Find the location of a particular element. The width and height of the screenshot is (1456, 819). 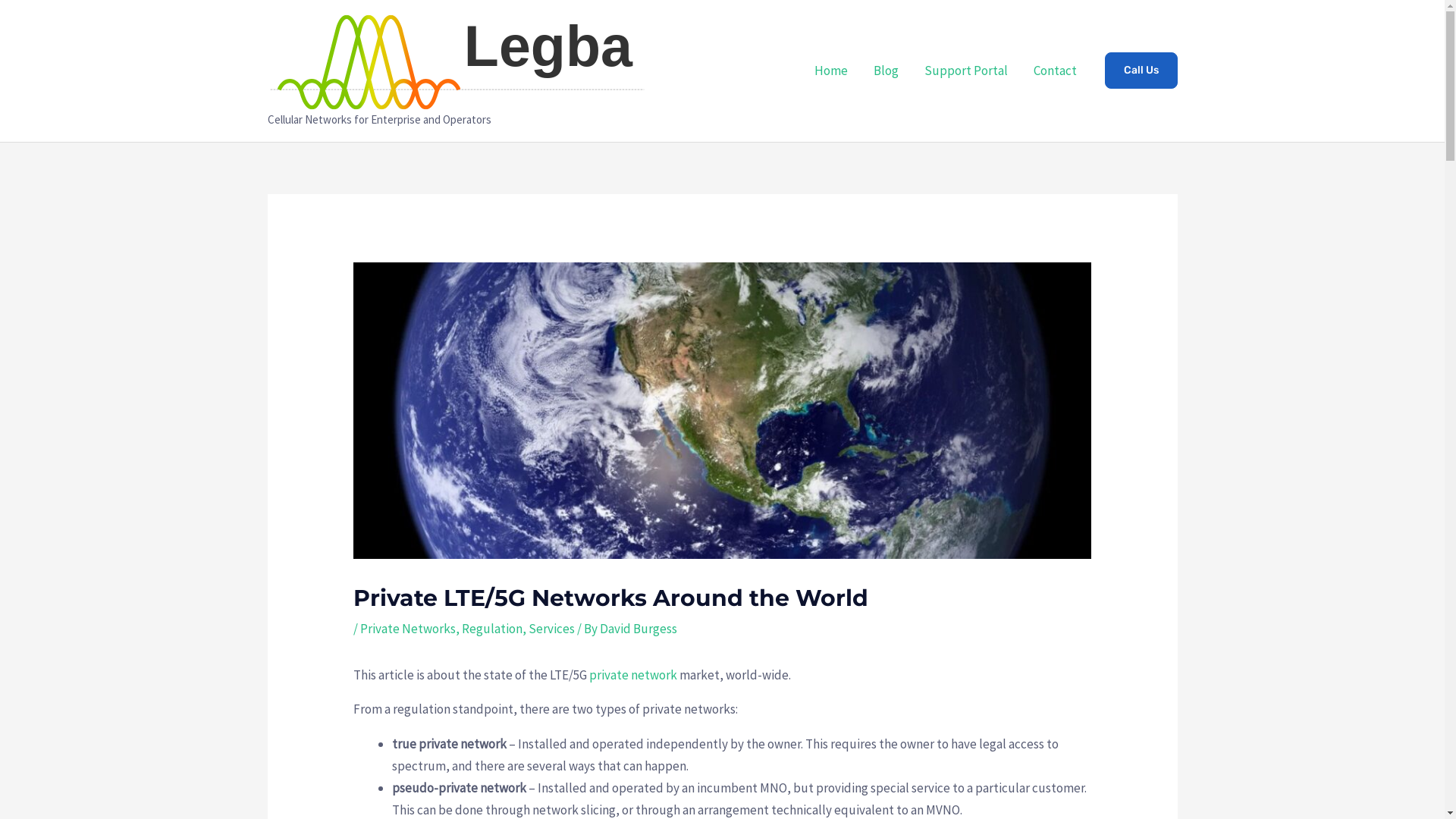

'Blog' is located at coordinates (885, 70).